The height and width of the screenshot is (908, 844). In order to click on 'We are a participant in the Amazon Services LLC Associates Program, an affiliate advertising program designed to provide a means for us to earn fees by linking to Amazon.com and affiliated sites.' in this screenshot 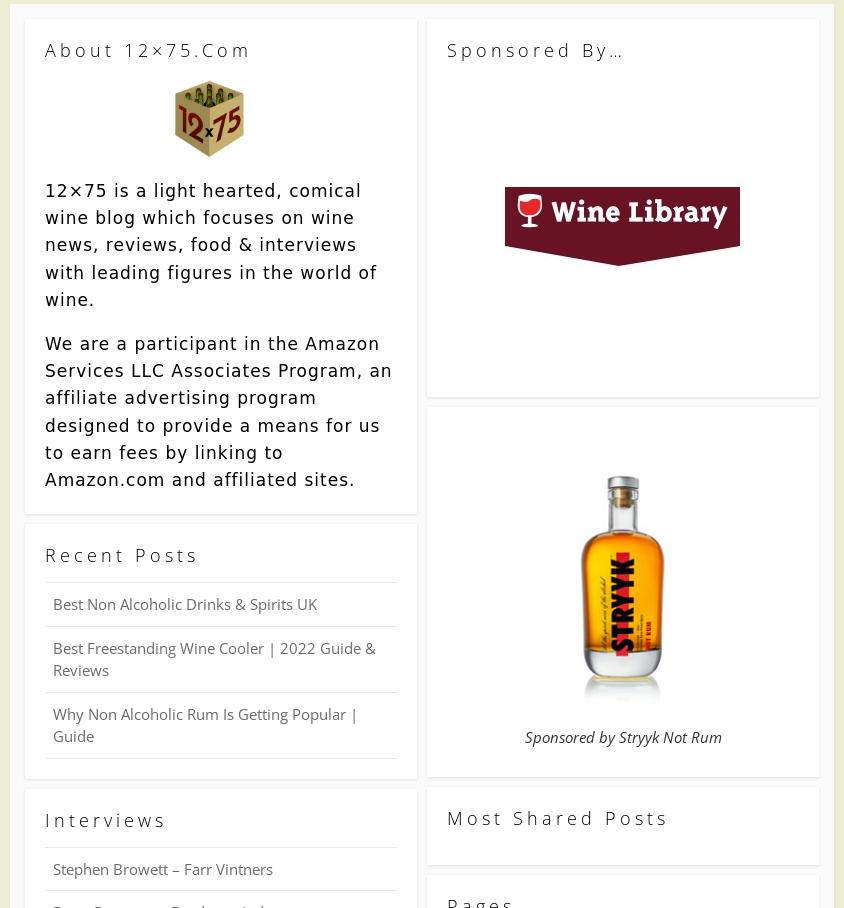, I will do `click(43, 410)`.